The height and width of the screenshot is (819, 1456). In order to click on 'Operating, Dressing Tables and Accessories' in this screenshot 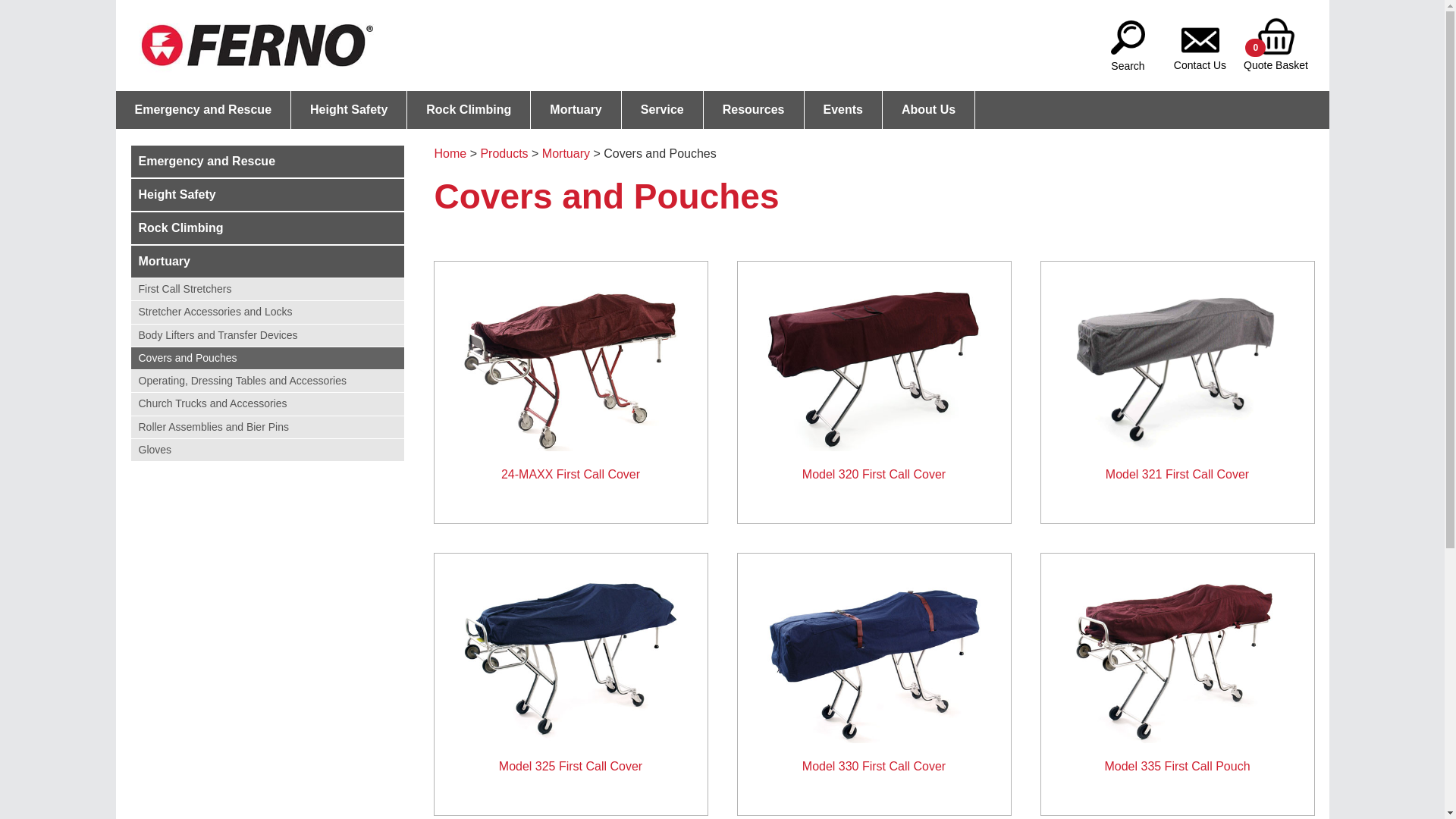, I will do `click(266, 380)`.